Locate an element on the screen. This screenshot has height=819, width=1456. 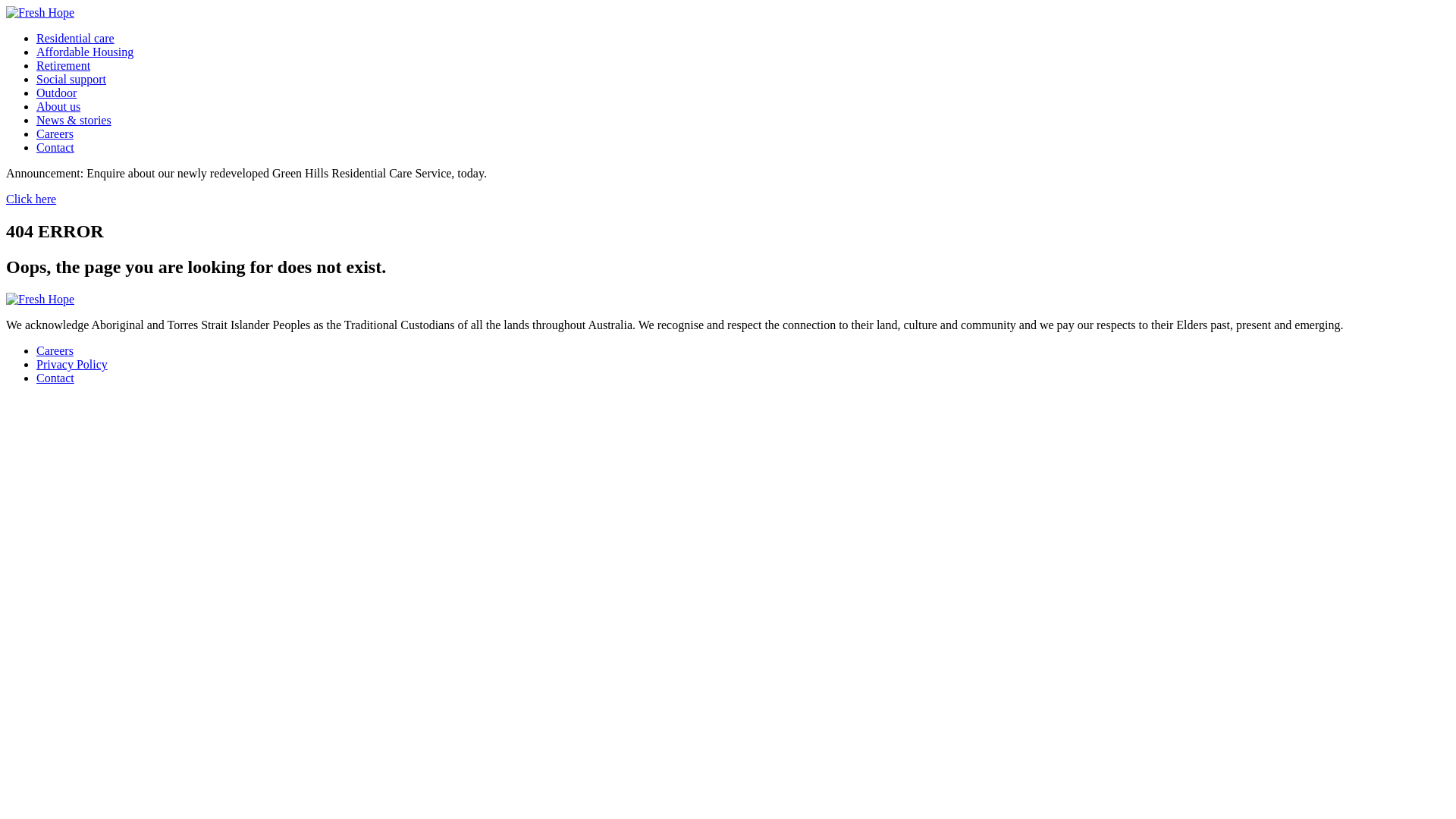
'About us' is located at coordinates (36, 105).